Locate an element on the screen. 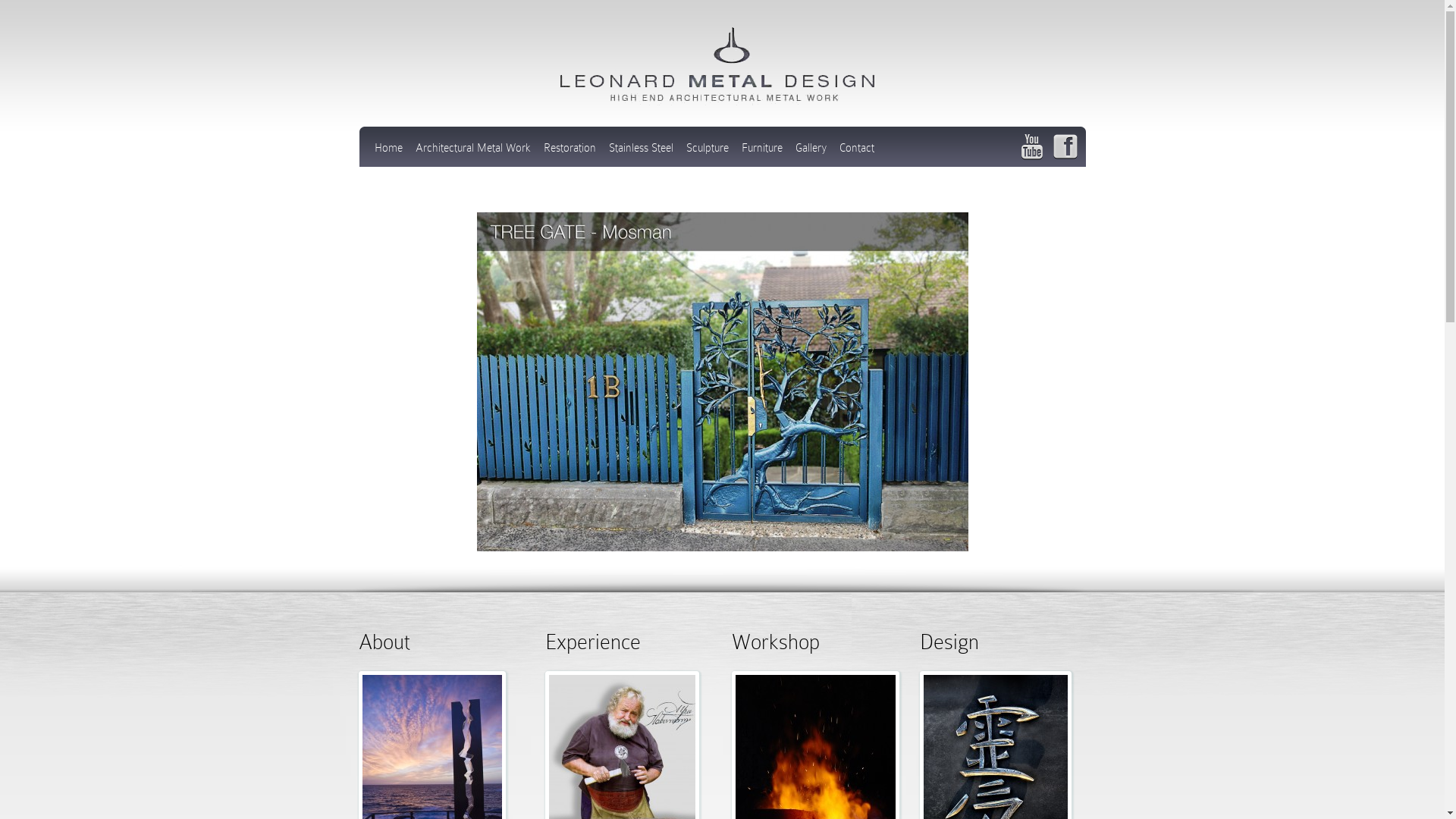  'Contact' is located at coordinates (837, 152).